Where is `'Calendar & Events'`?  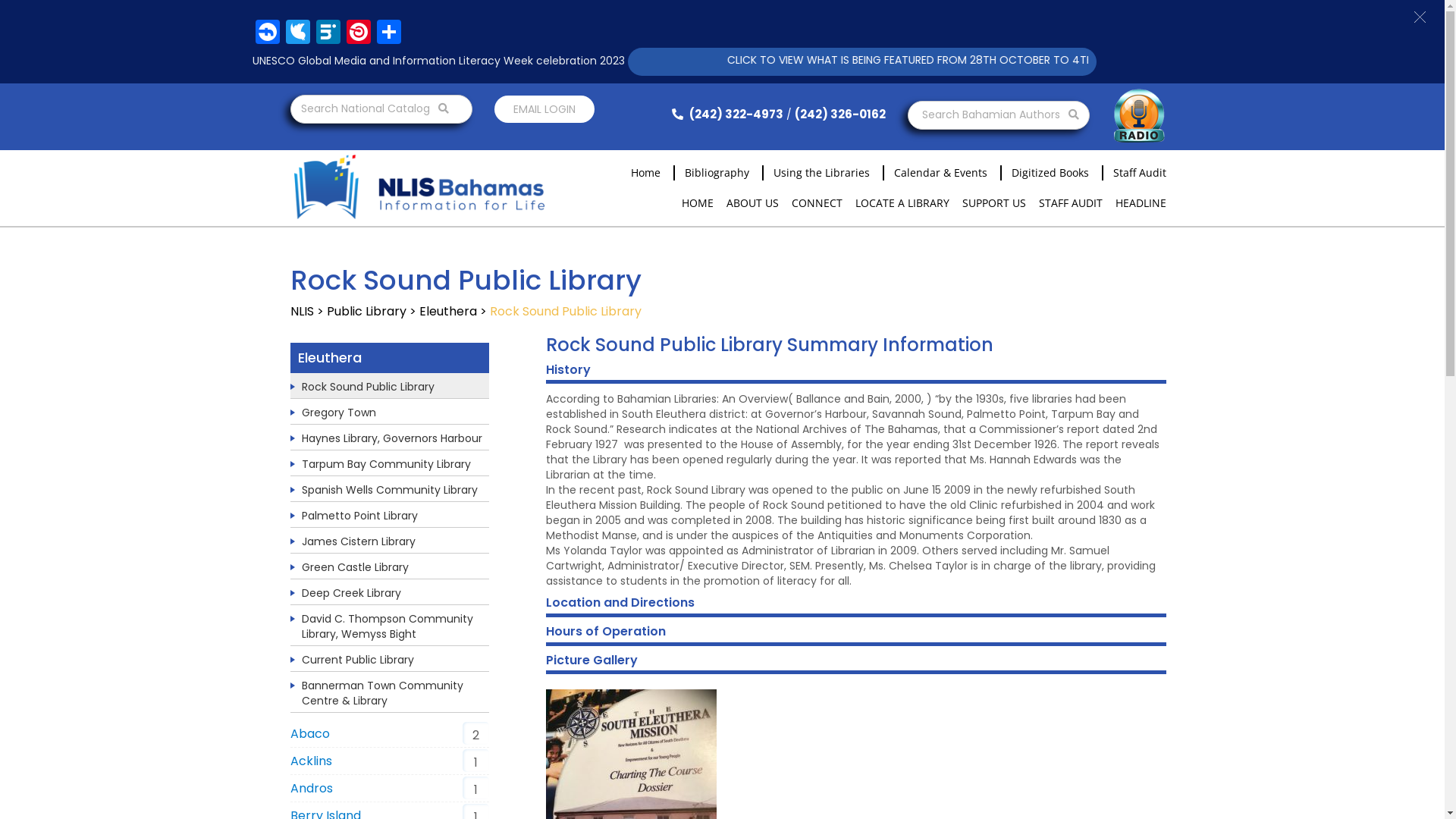 'Calendar & Events' is located at coordinates (934, 171).